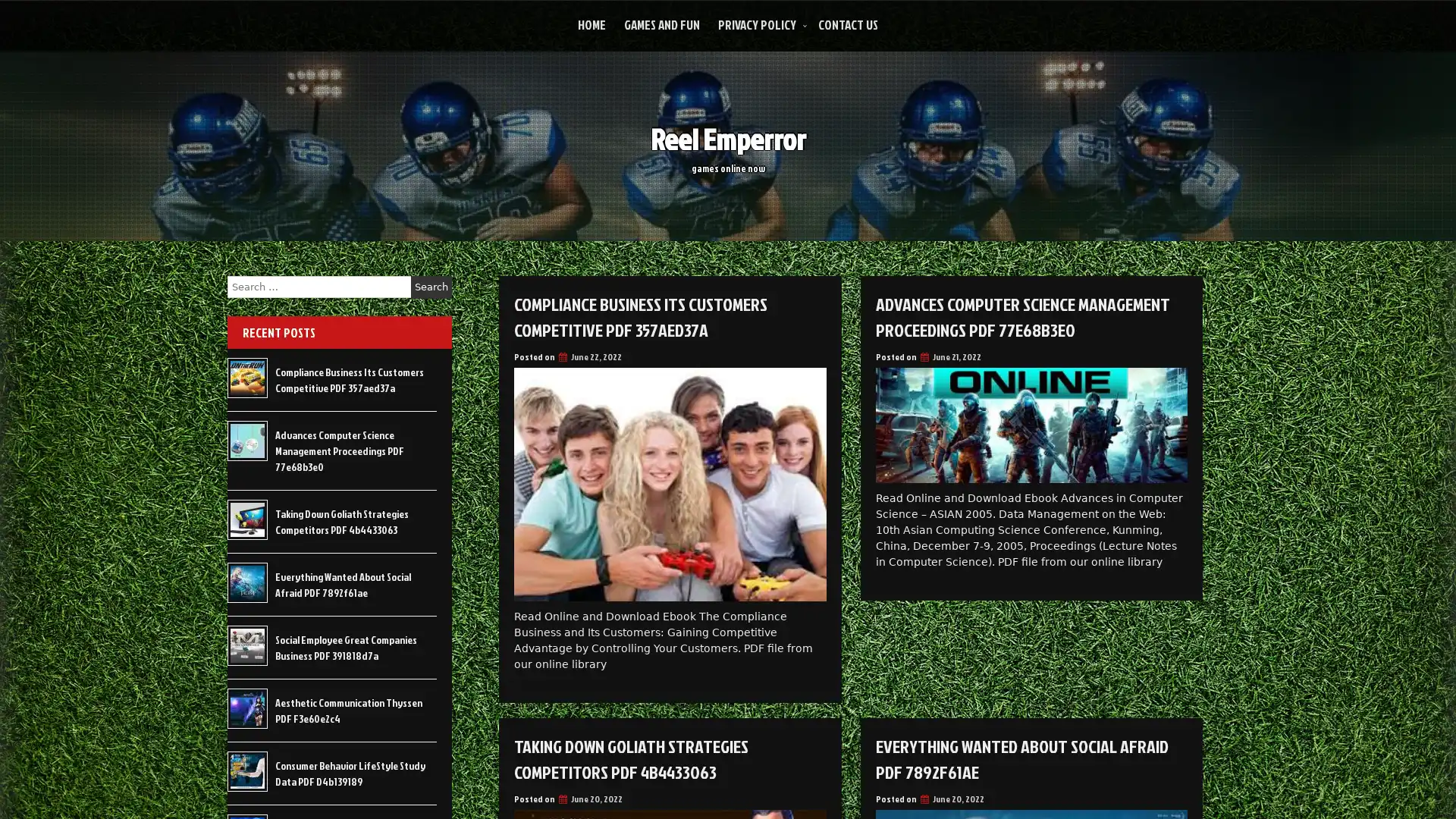 The width and height of the screenshot is (1456, 819). What do you see at coordinates (431, 287) in the screenshot?
I see `Search` at bounding box center [431, 287].